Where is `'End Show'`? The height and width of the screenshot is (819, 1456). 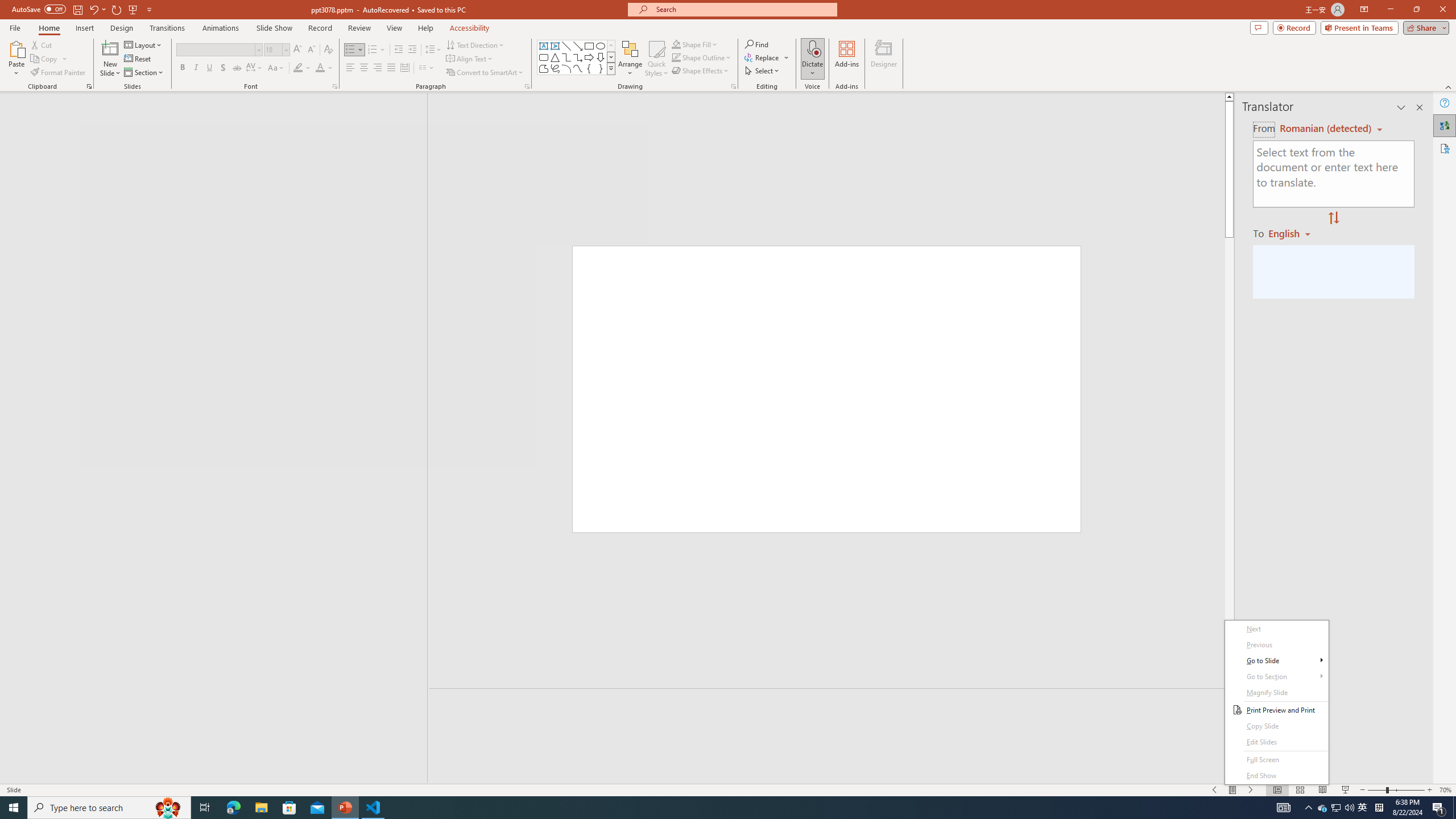
'End Show' is located at coordinates (1277, 775).